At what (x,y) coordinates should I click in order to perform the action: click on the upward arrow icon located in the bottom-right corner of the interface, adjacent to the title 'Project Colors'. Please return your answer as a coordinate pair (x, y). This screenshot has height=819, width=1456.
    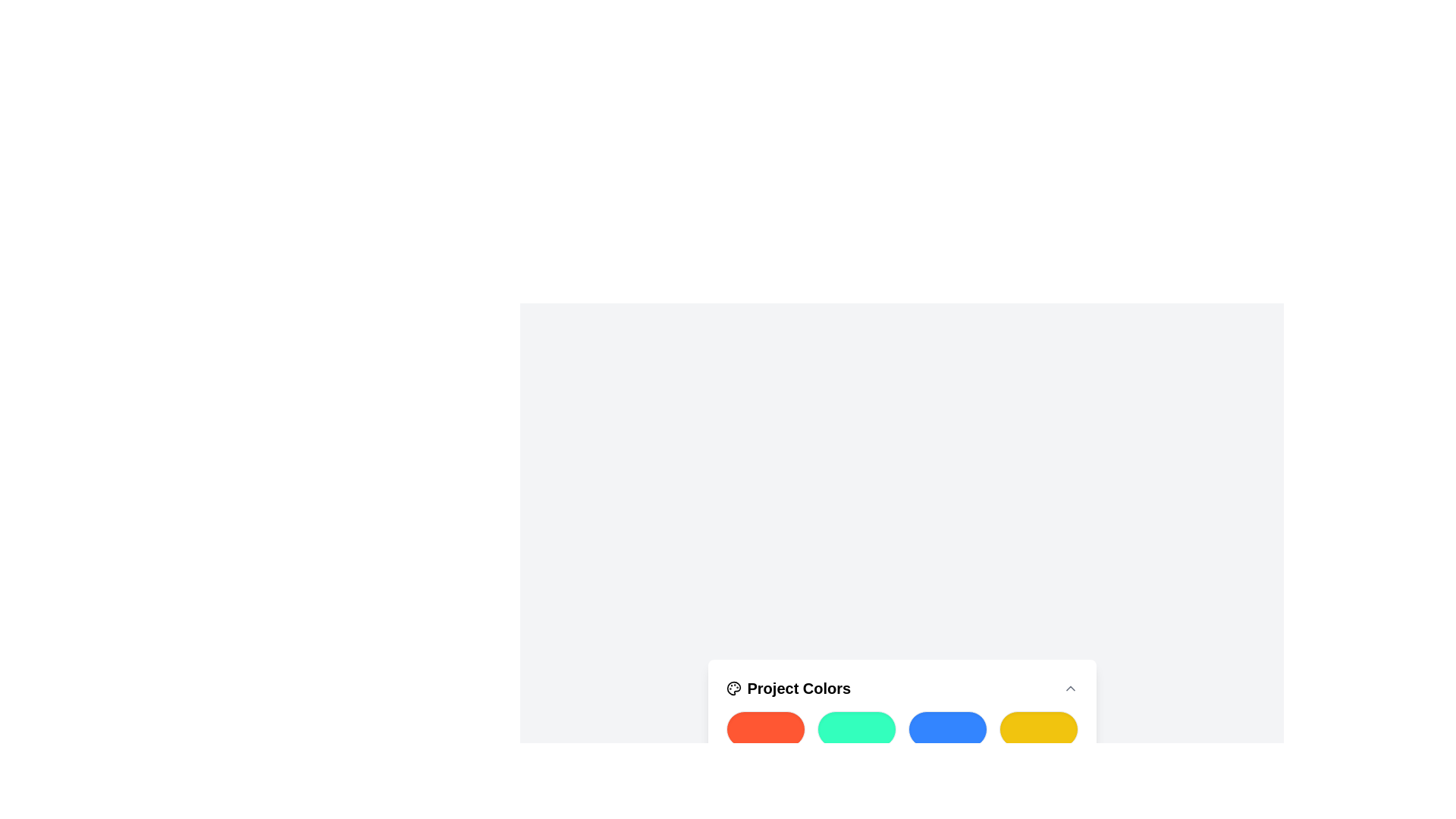
    Looking at the image, I should click on (1069, 688).